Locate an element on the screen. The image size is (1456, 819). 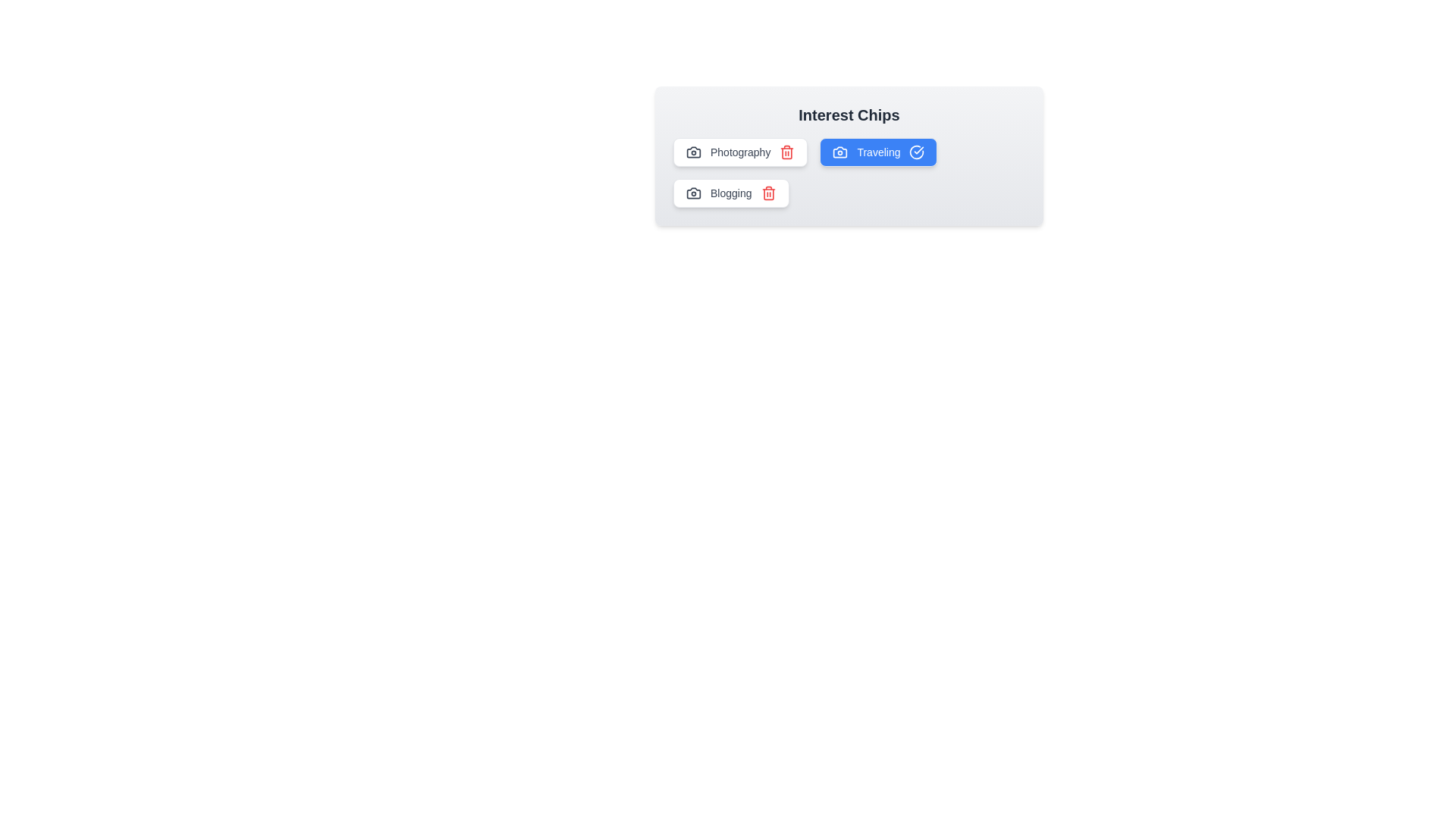
the chip labeled Blogging is located at coordinates (731, 192).